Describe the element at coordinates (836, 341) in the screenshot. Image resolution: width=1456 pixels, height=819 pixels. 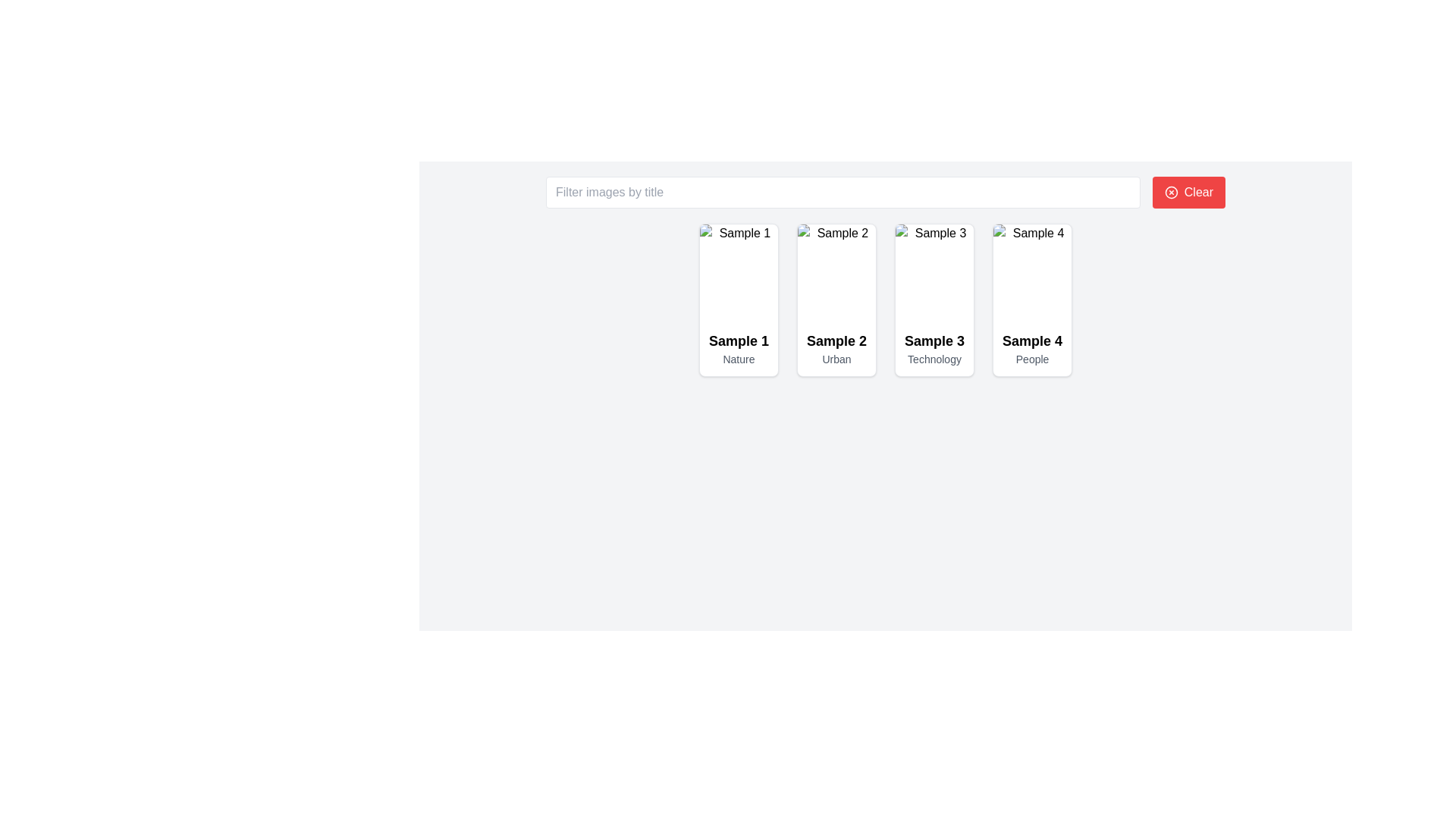
I see `the bold, black text displaying 'Sample 2' located in the second card of a horizontally arranged set of four cards, positioned above the text 'Urban'` at that location.